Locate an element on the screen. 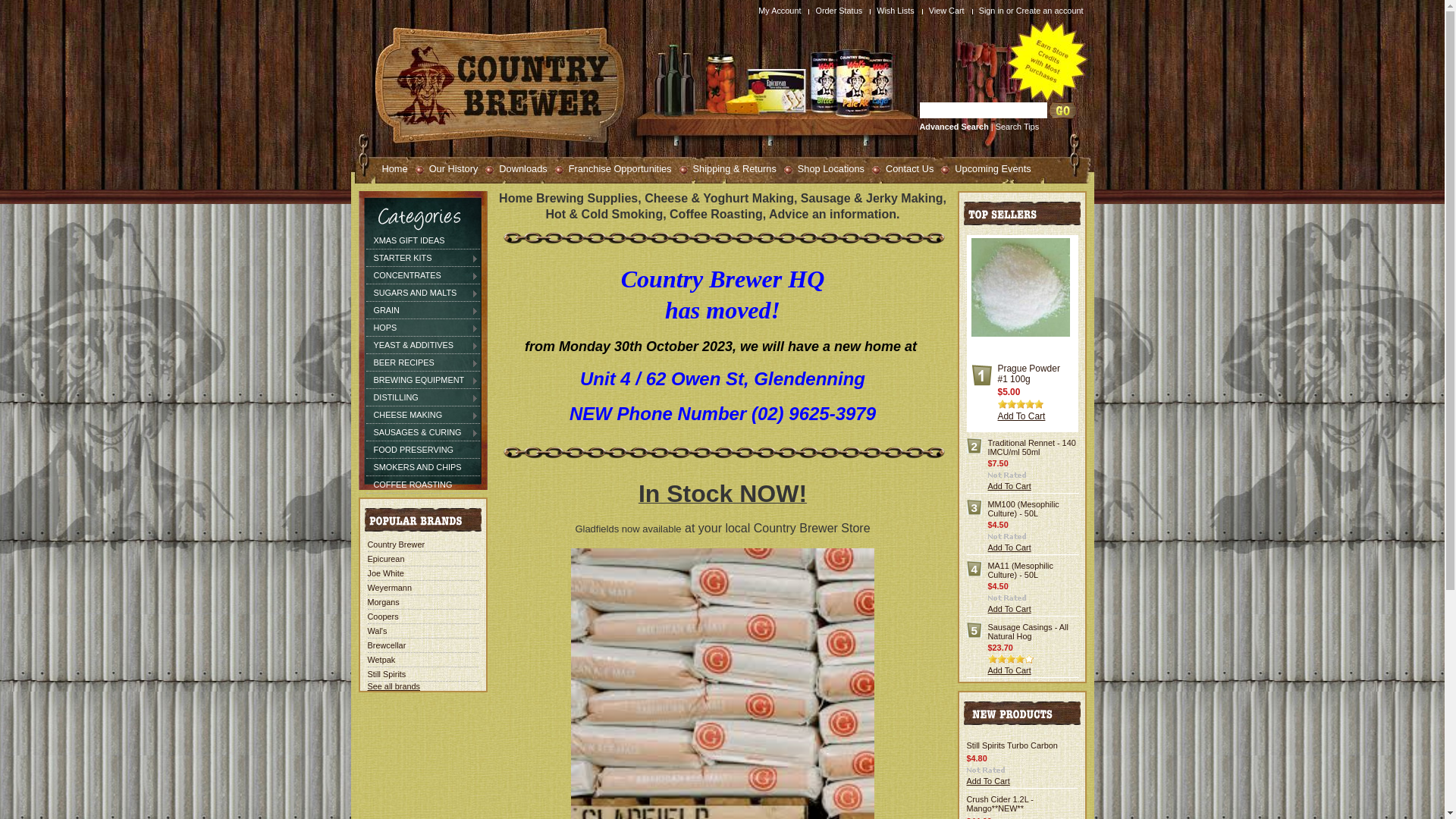  'Advanced Search' is located at coordinates (952, 125).